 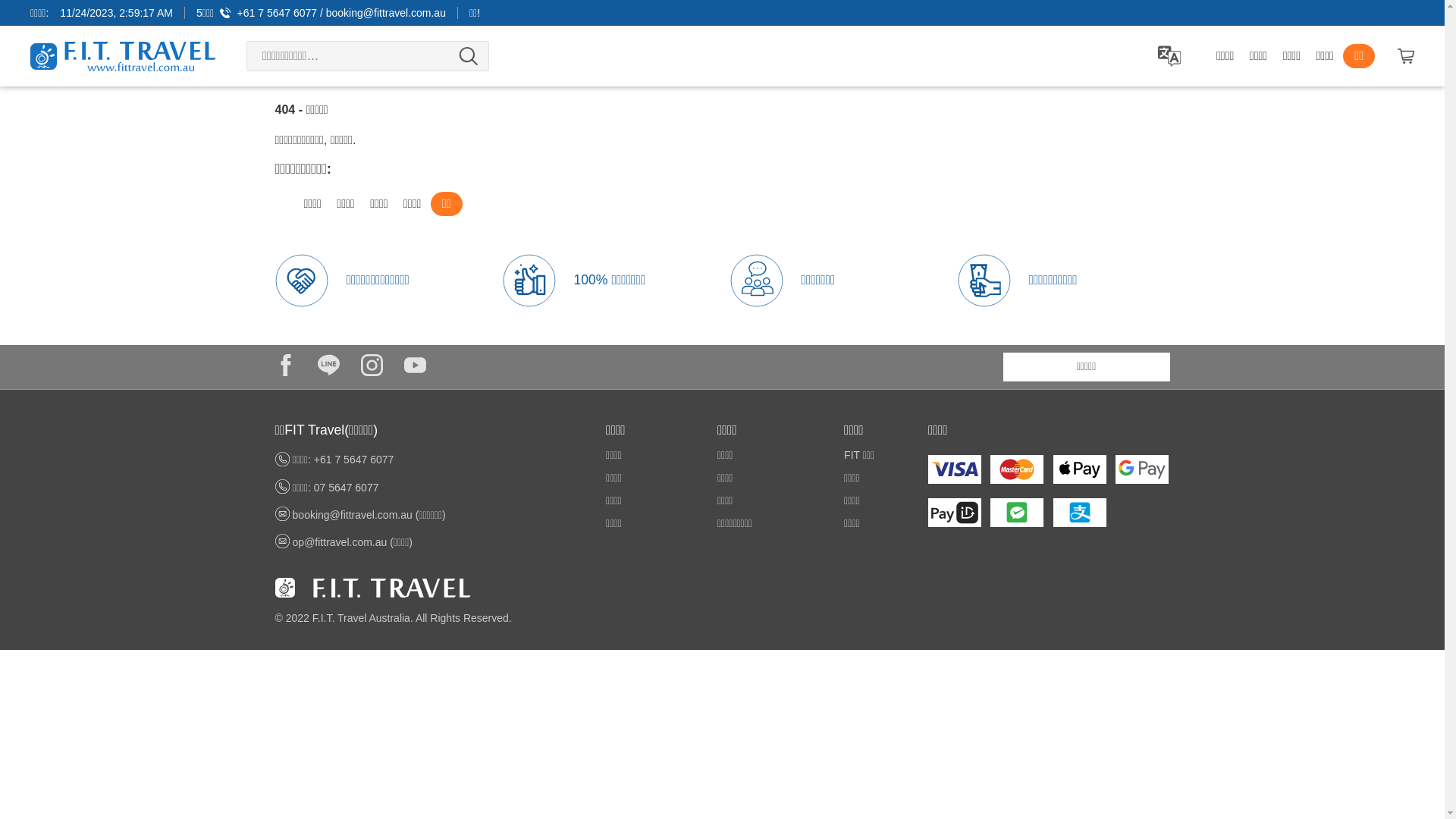 What do you see at coordinates (367, 55) in the screenshot?
I see `'Search for:'` at bounding box center [367, 55].